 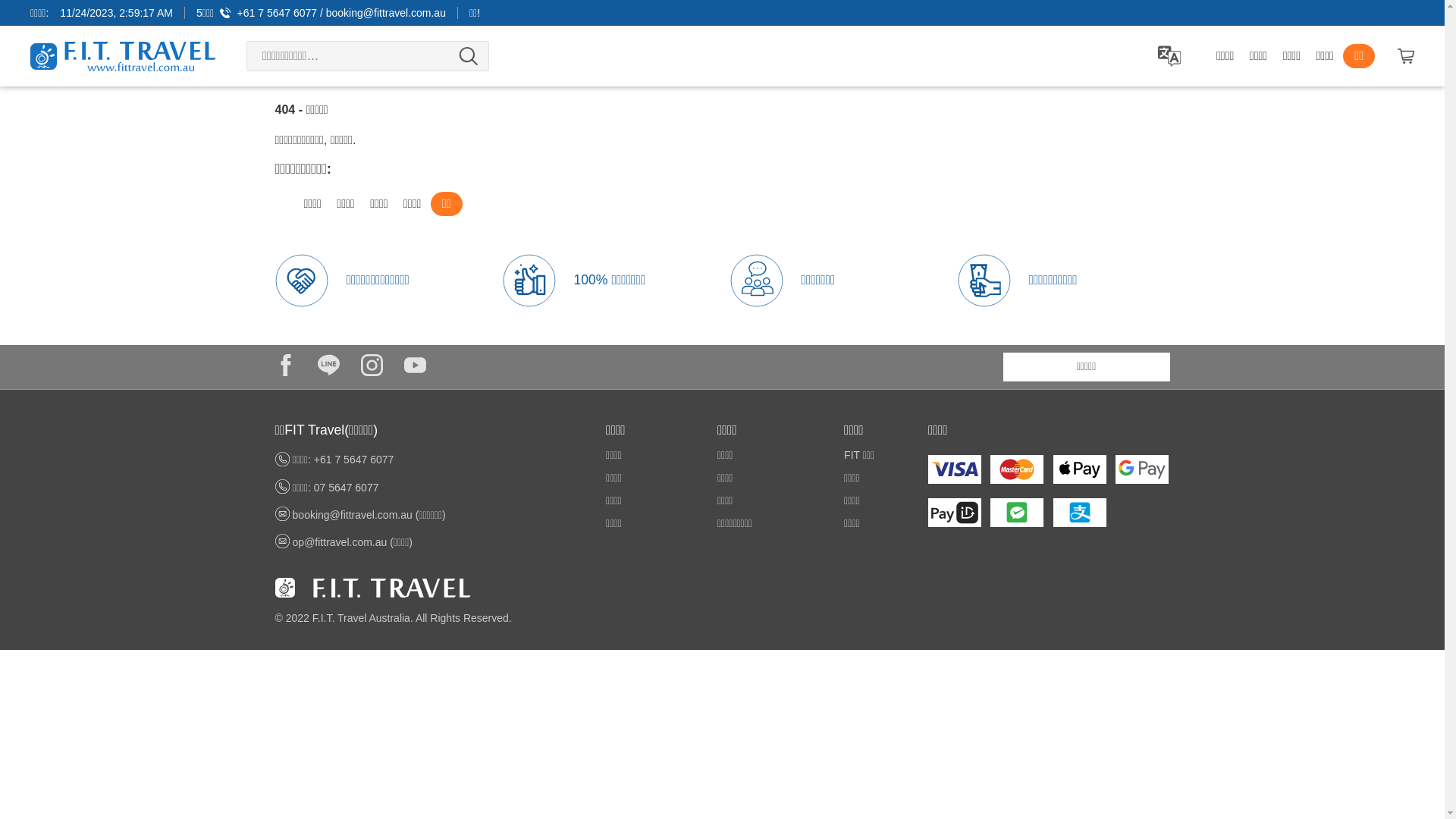 What do you see at coordinates (367, 55) in the screenshot?
I see `'Search for:'` at bounding box center [367, 55].